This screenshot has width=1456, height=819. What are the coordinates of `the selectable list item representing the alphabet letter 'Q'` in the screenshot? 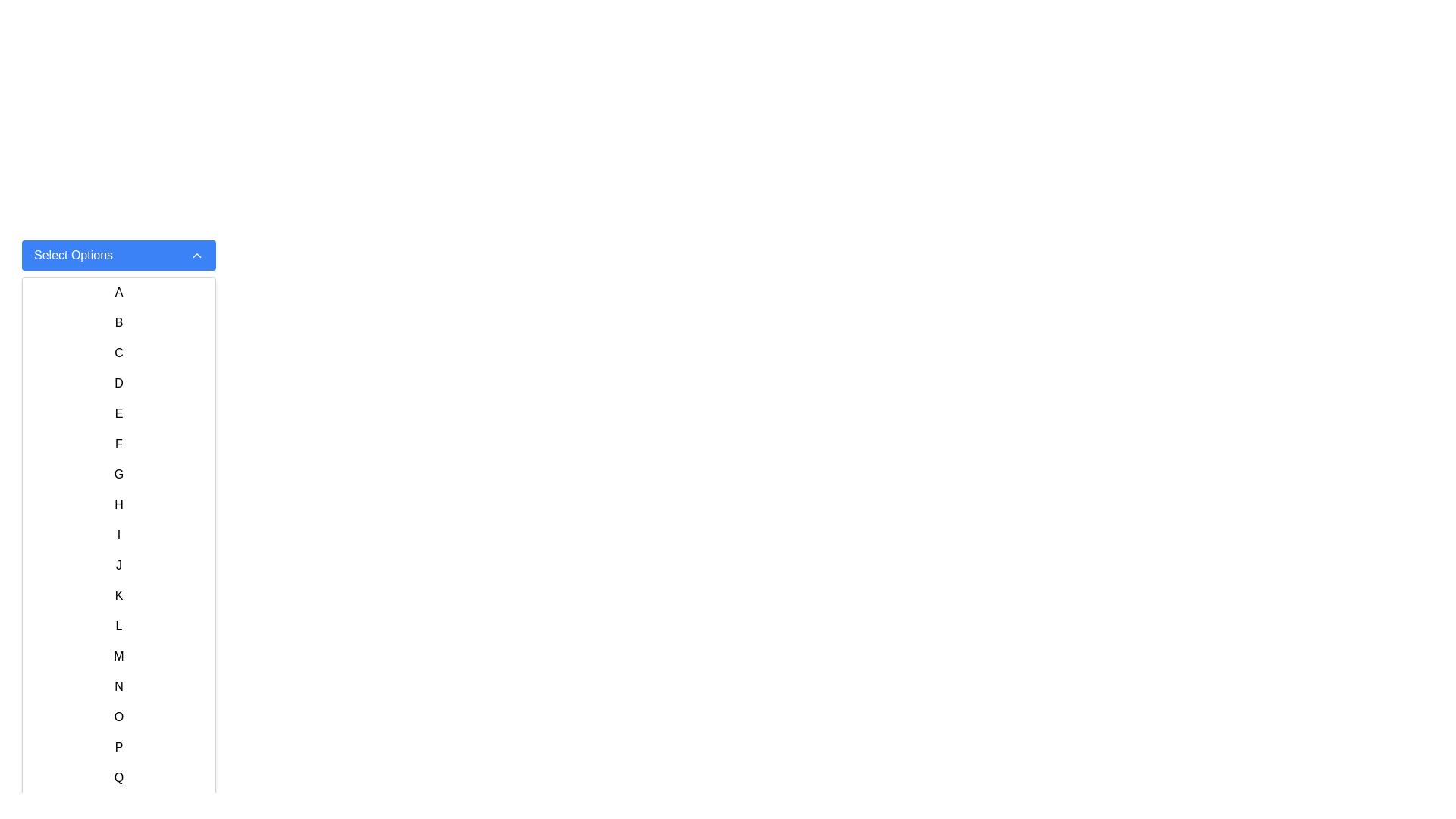 It's located at (118, 778).